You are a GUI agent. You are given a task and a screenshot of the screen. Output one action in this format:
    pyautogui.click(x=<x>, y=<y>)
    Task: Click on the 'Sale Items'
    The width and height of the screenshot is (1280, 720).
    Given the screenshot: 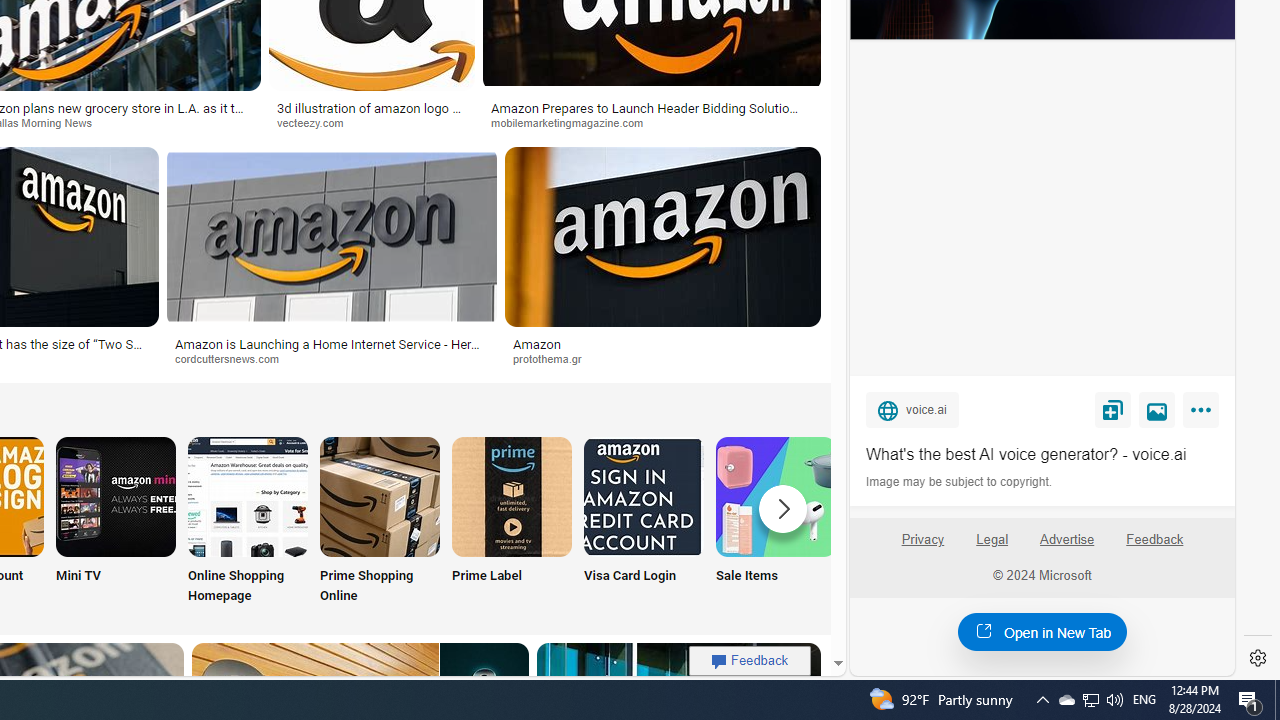 What is the action you would take?
    pyautogui.click(x=774, y=521)
    